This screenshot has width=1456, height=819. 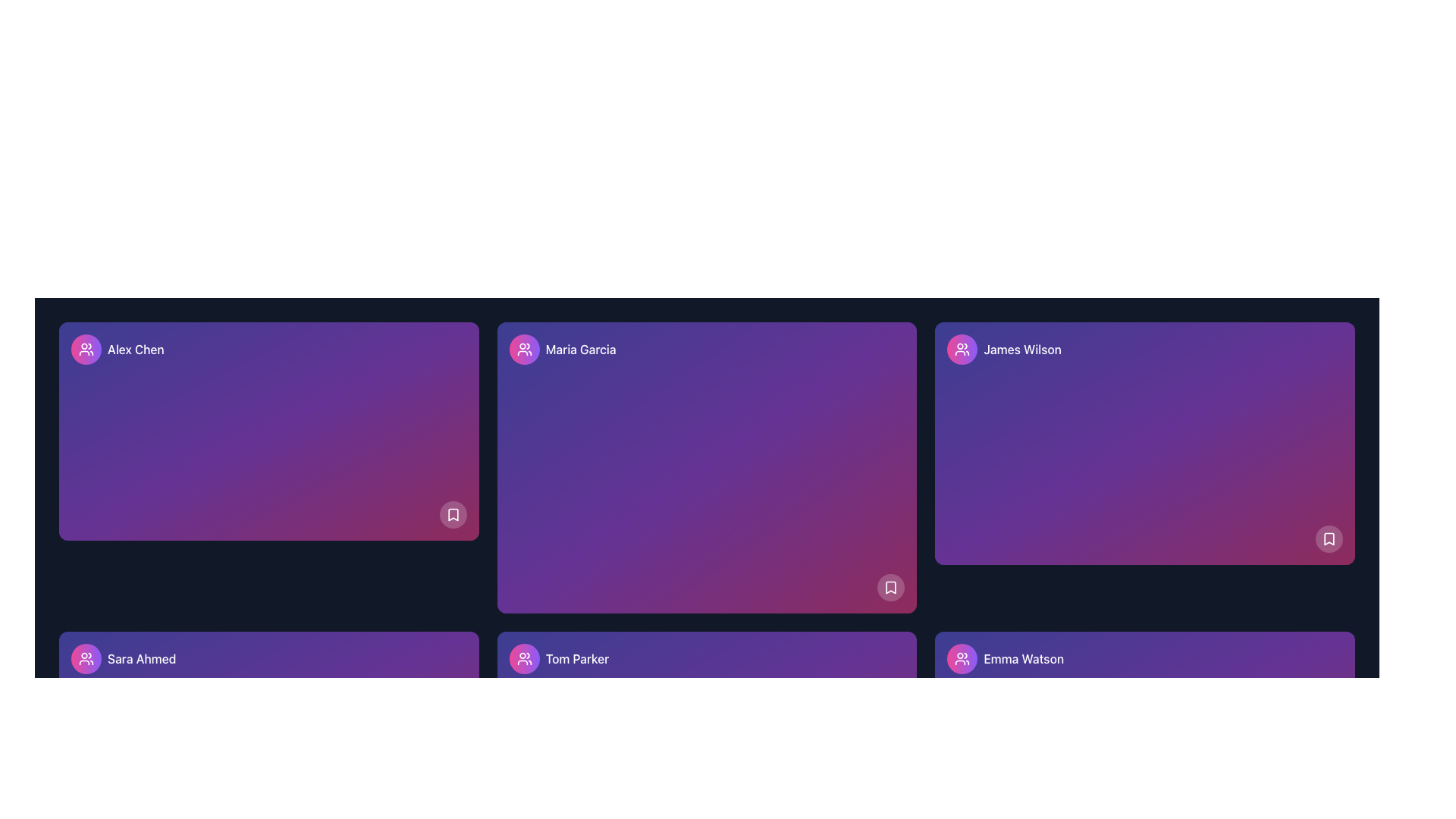 What do you see at coordinates (558, 657) in the screenshot?
I see `the card associated with the Text label located at the top-left corner of the card in the second row of the grid, for further actions` at bounding box center [558, 657].